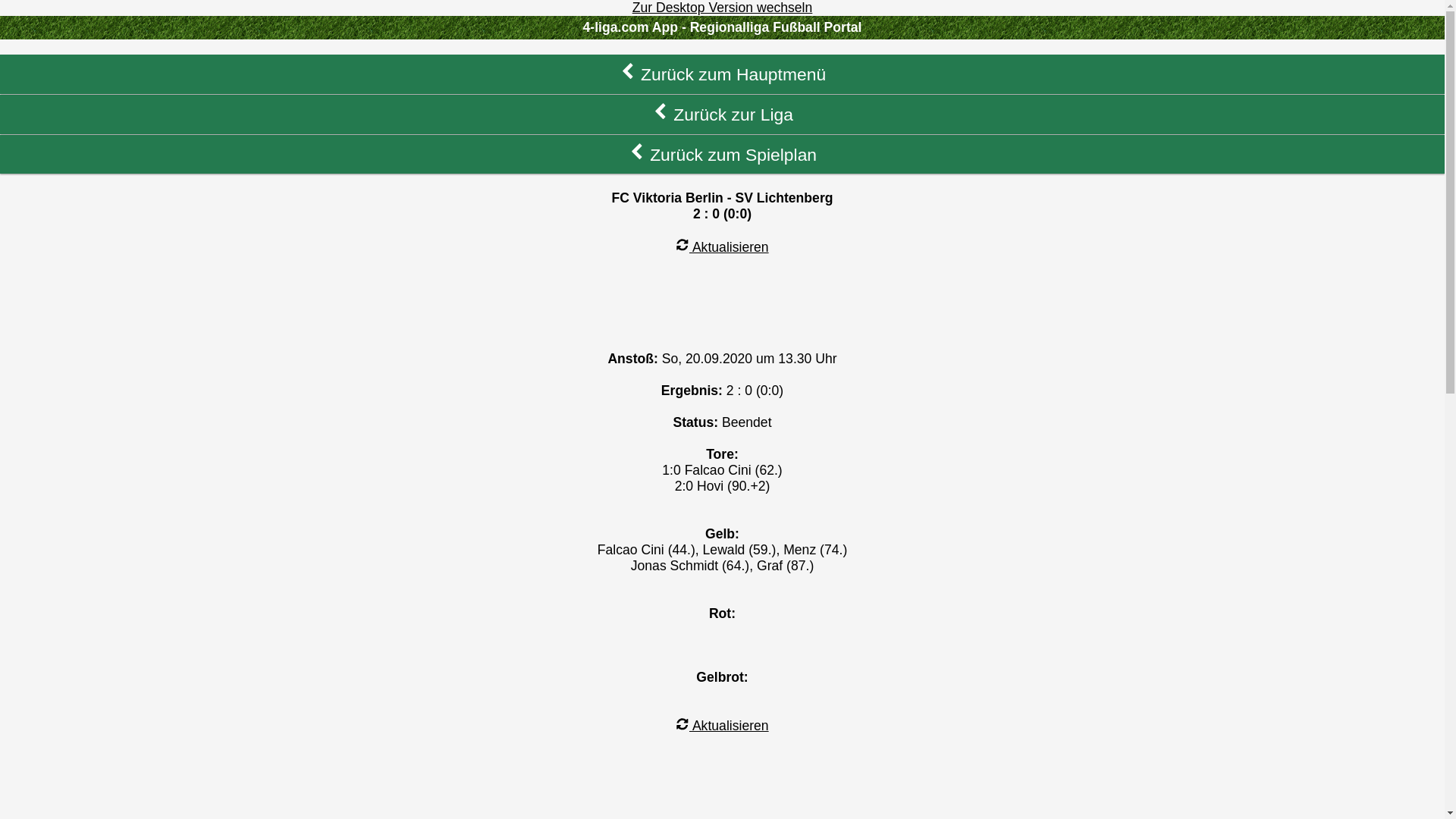 This screenshot has width=1456, height=819. What do you see at coordinates (720, 724) in the screenshot?
I see `'Aktualisieren'` at bounding box center [720, 724].